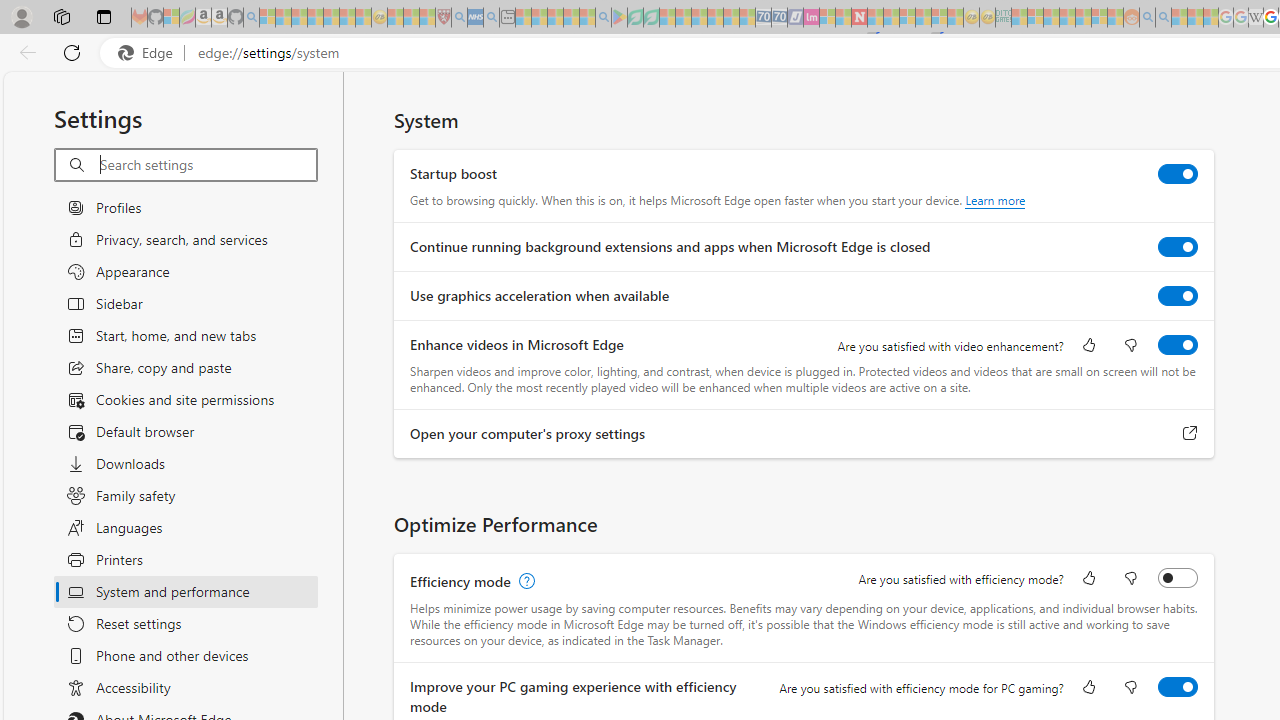  I want to click on 'Target page - Wikipedia - Sleeping', so click(1255, 17).